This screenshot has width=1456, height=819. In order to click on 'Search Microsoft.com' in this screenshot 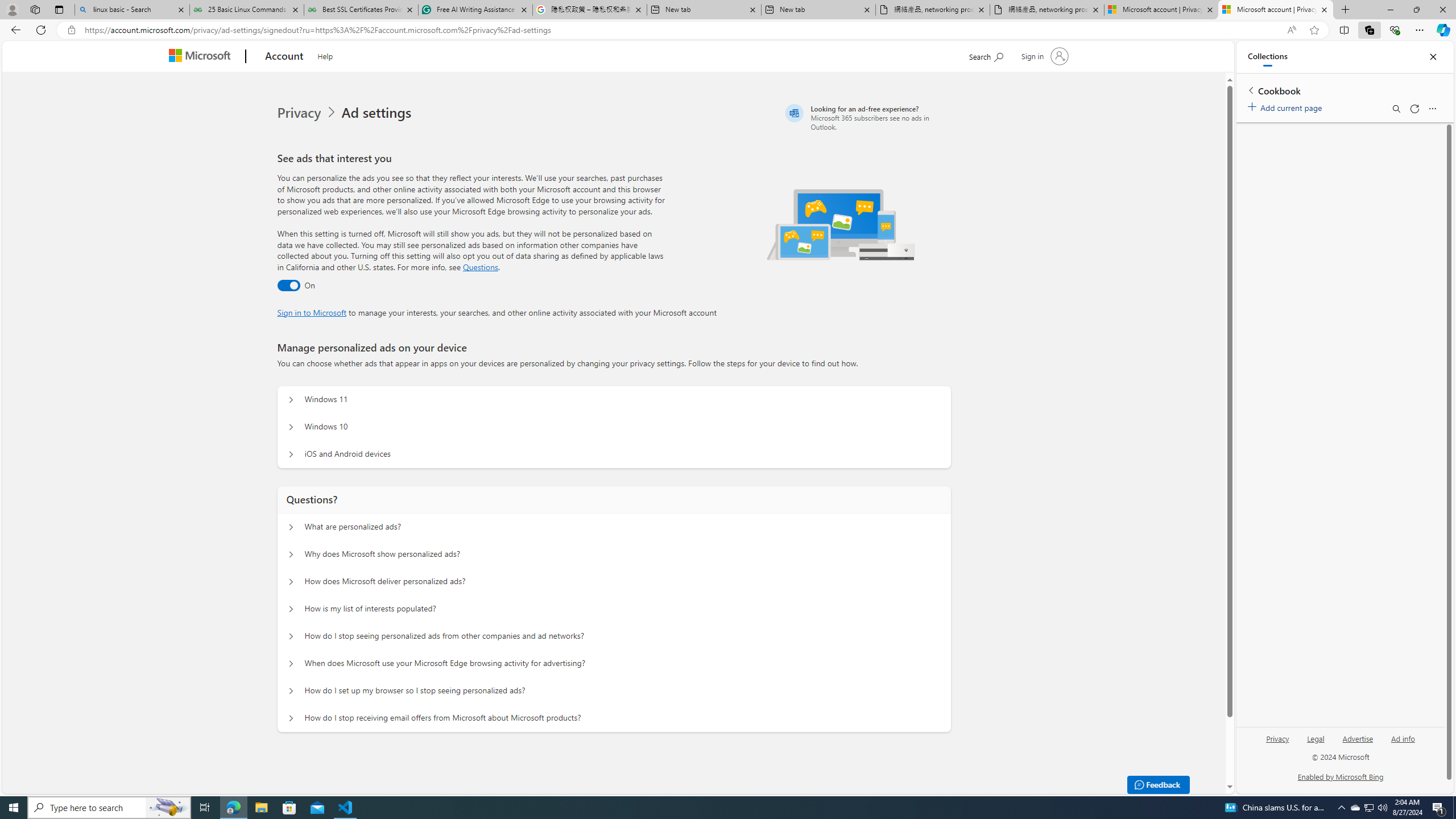, I will do `click(986, 55)`.